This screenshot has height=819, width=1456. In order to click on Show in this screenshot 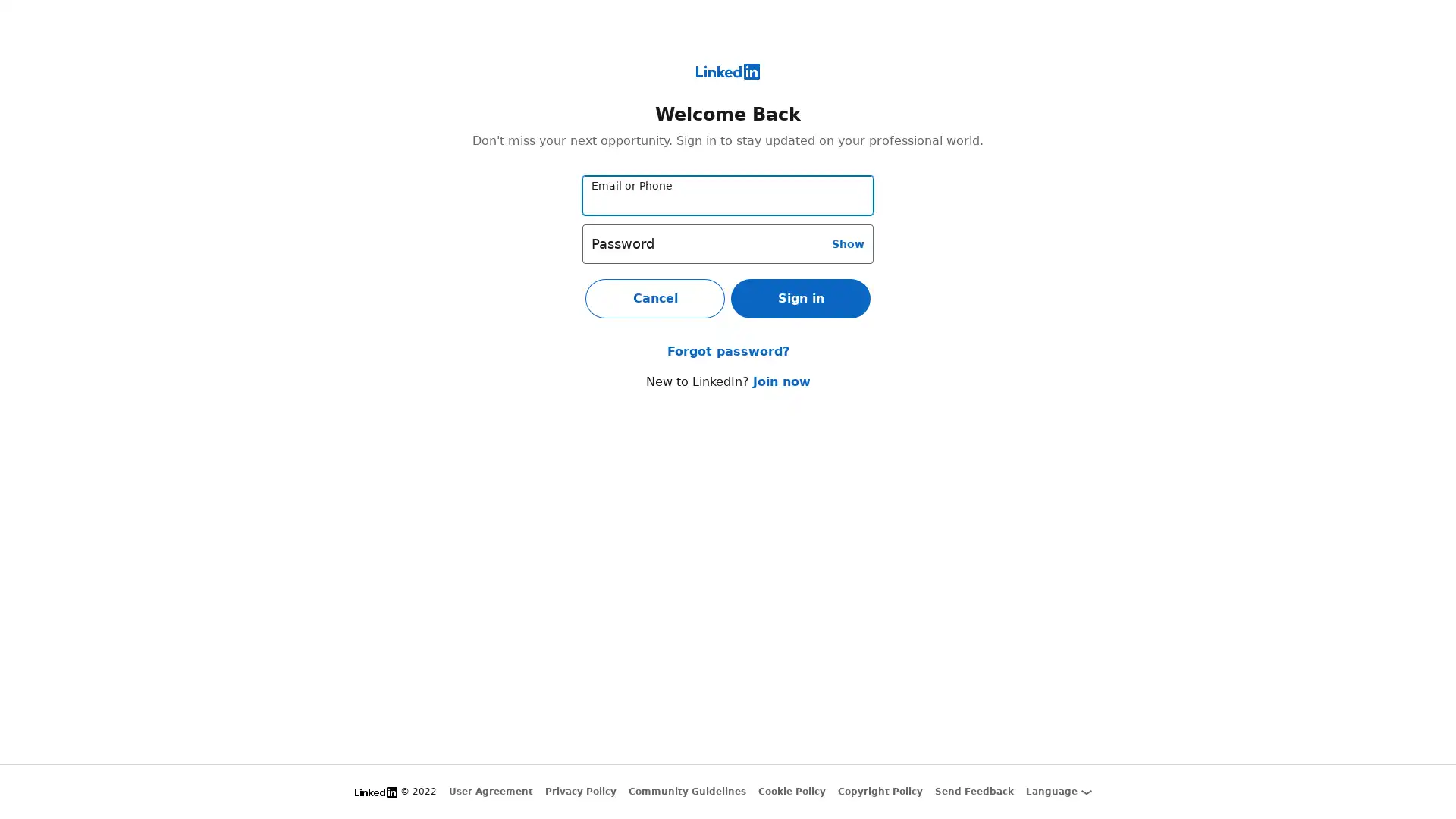, I will do `click(847, 242)`.